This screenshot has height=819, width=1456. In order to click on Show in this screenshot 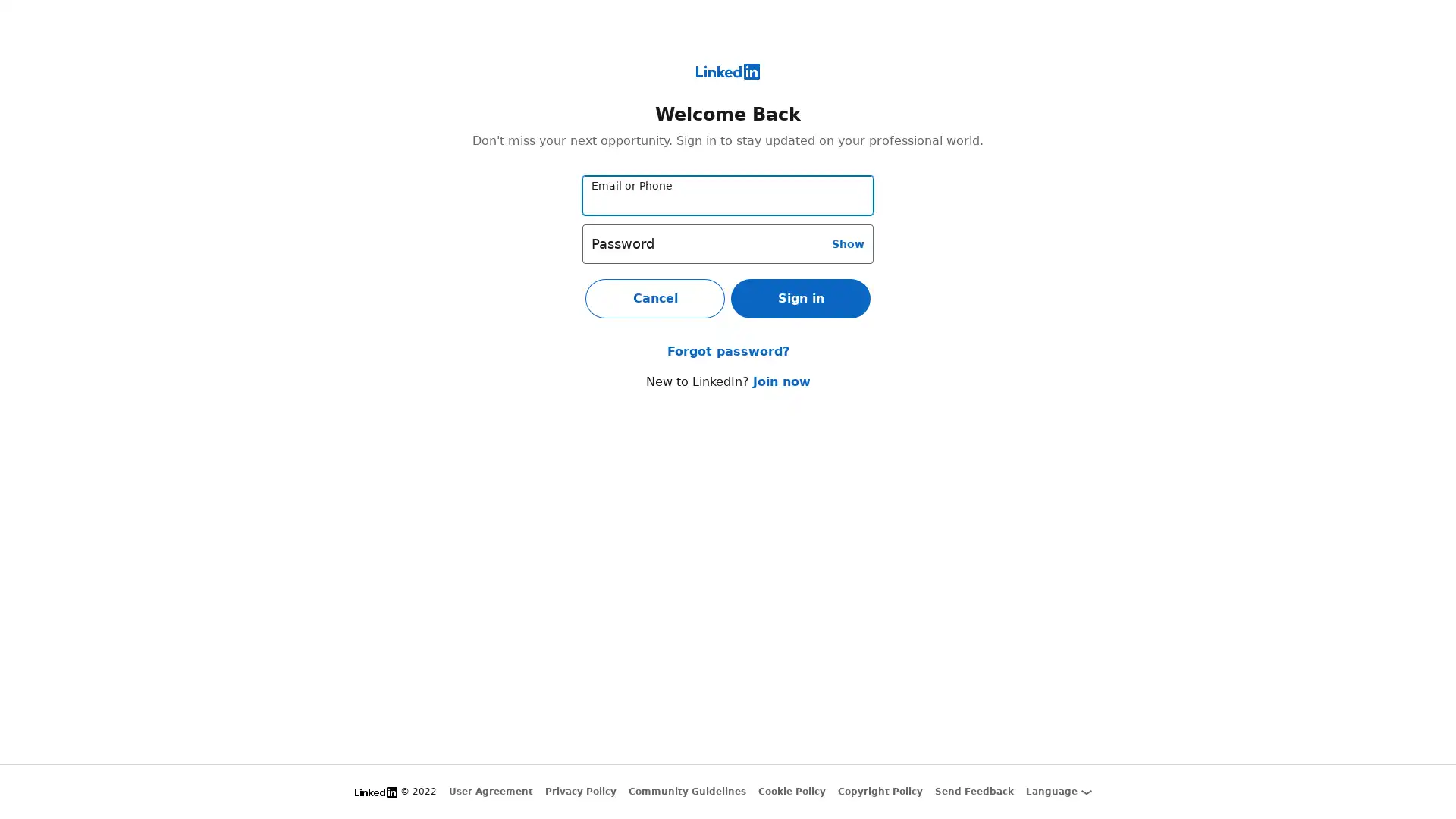, I will do `click(847, 242)`.